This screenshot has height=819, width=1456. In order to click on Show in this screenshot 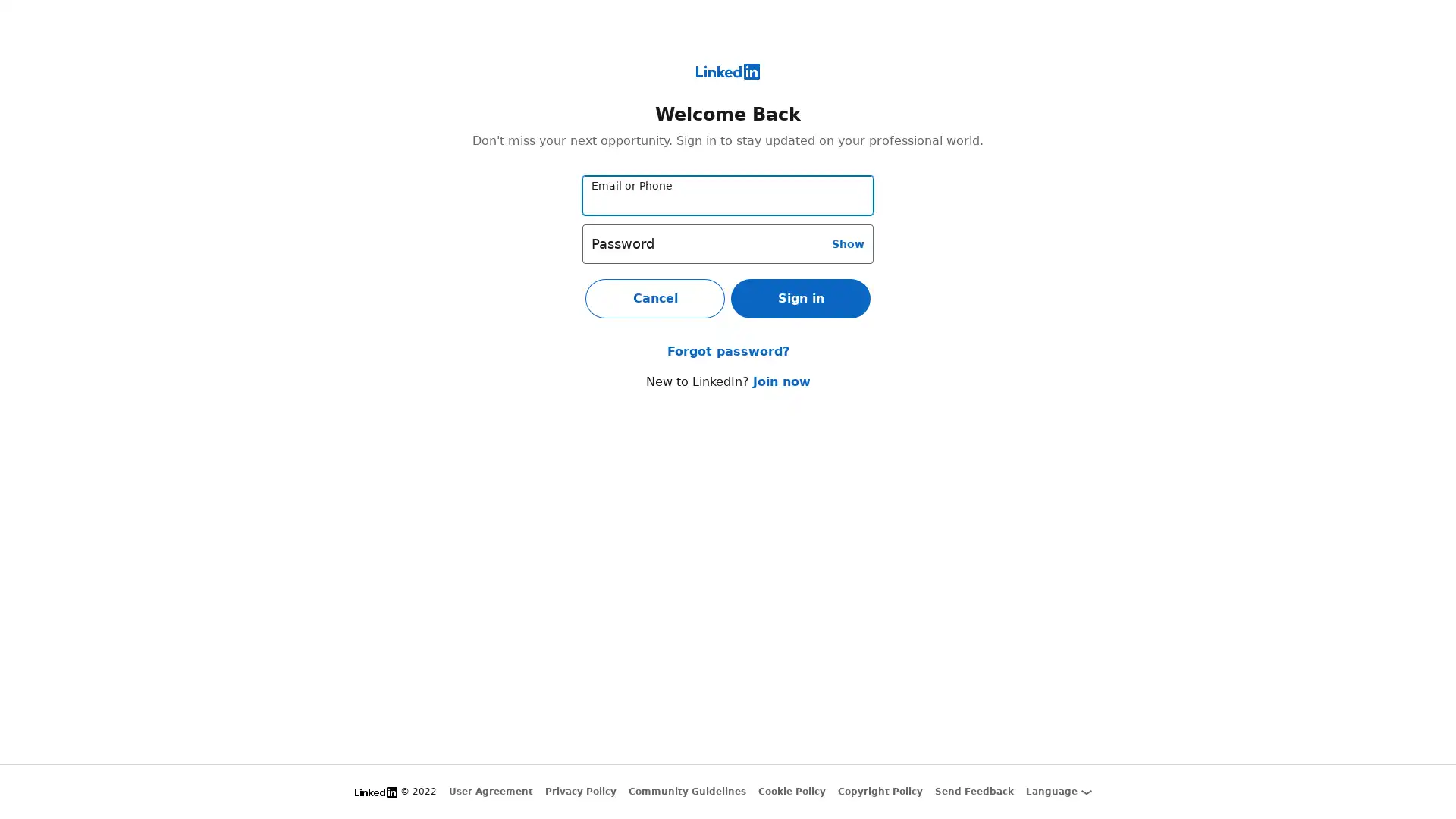, I will do `click(847, 242)`.